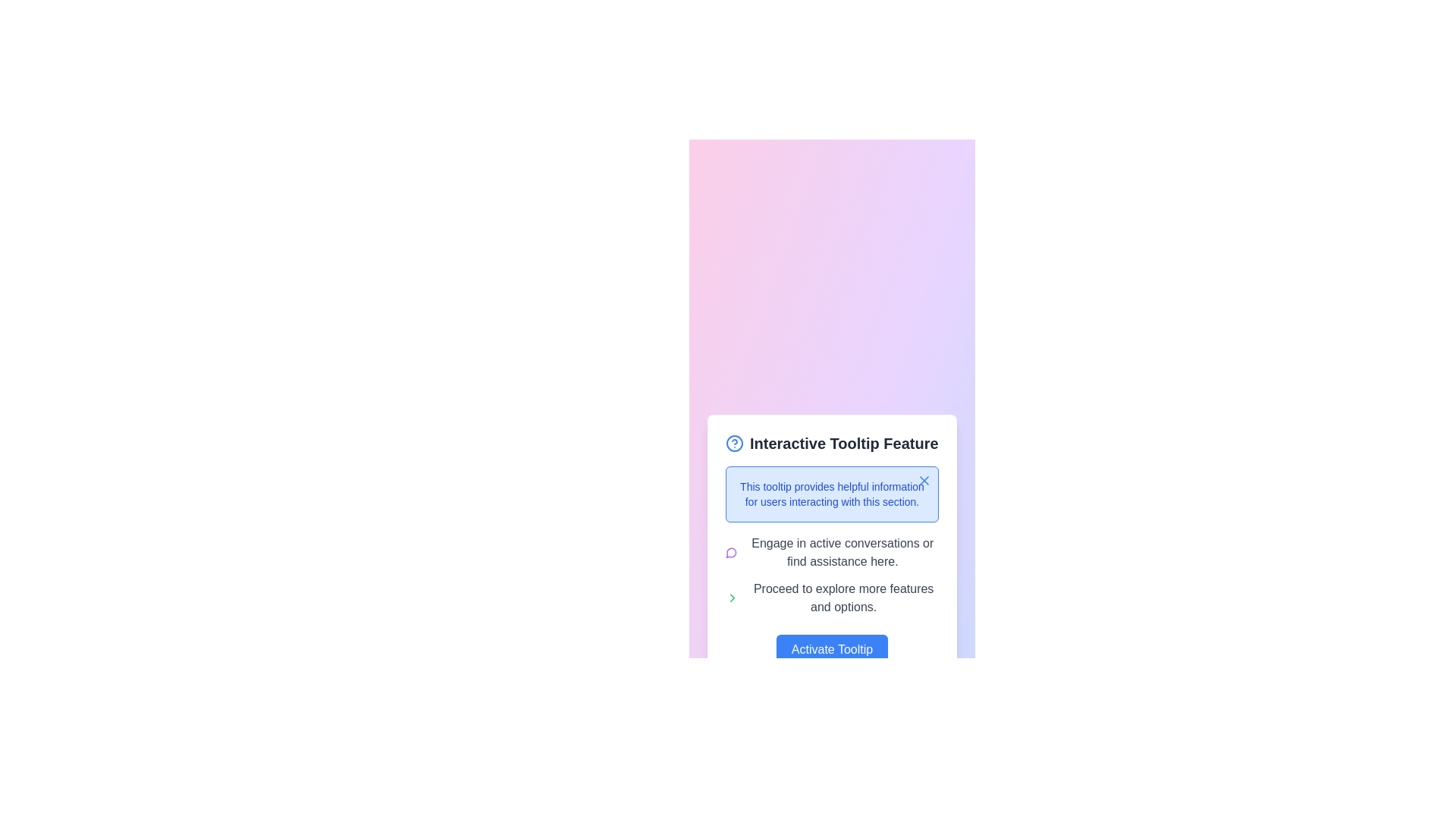  What do you see at coordinates (831, 494) in the screenshot?
I see `contextual information from the tooltip text block located centrally below the title 'Interactive Tooltip Feature' in the popup` at bounding box center [831, 494].